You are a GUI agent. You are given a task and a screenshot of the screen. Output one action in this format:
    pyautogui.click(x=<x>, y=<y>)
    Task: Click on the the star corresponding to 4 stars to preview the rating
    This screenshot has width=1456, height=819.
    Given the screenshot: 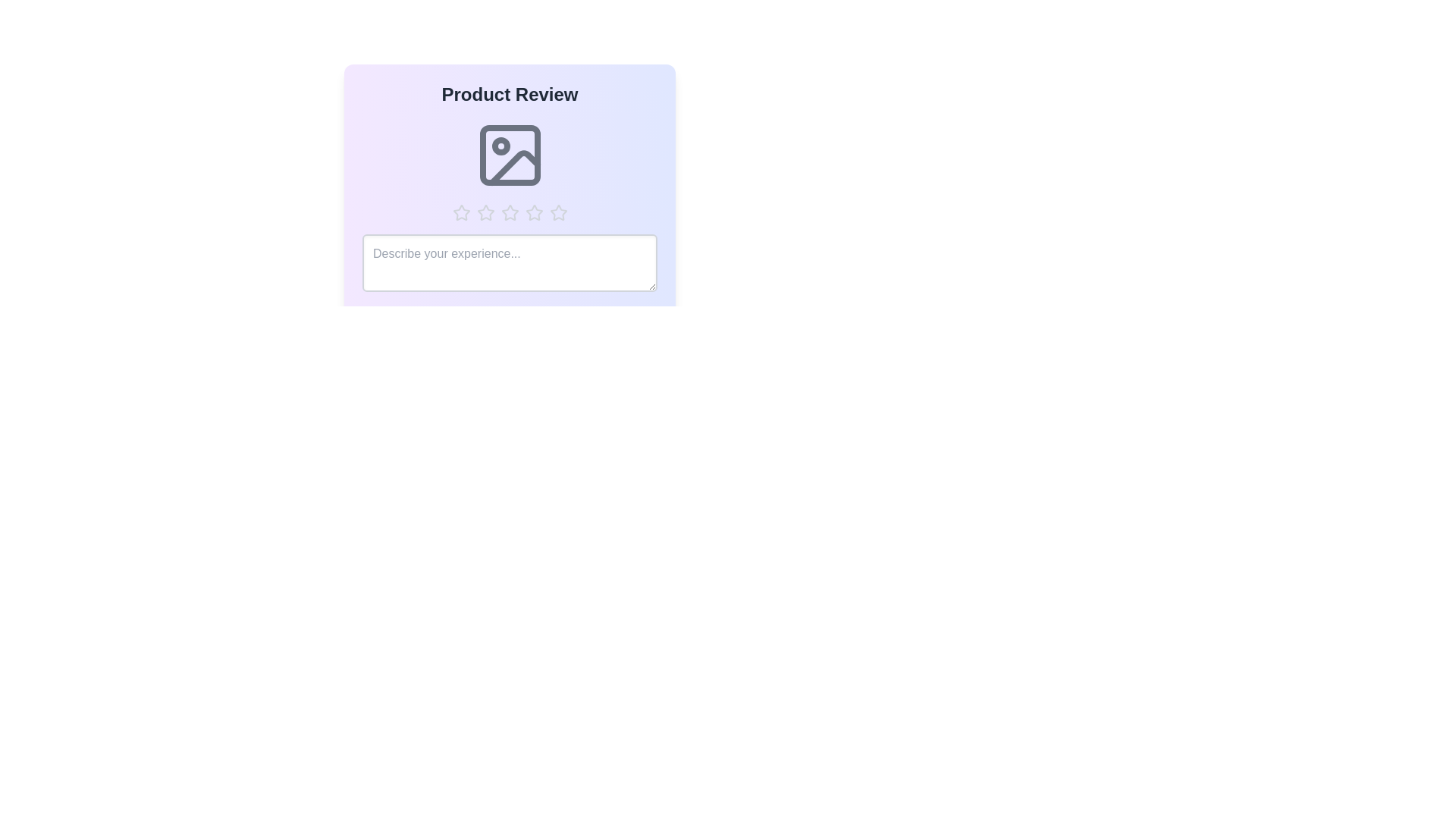 What is the action you would take?
    pyautogui.click(x=534, y=213)
    